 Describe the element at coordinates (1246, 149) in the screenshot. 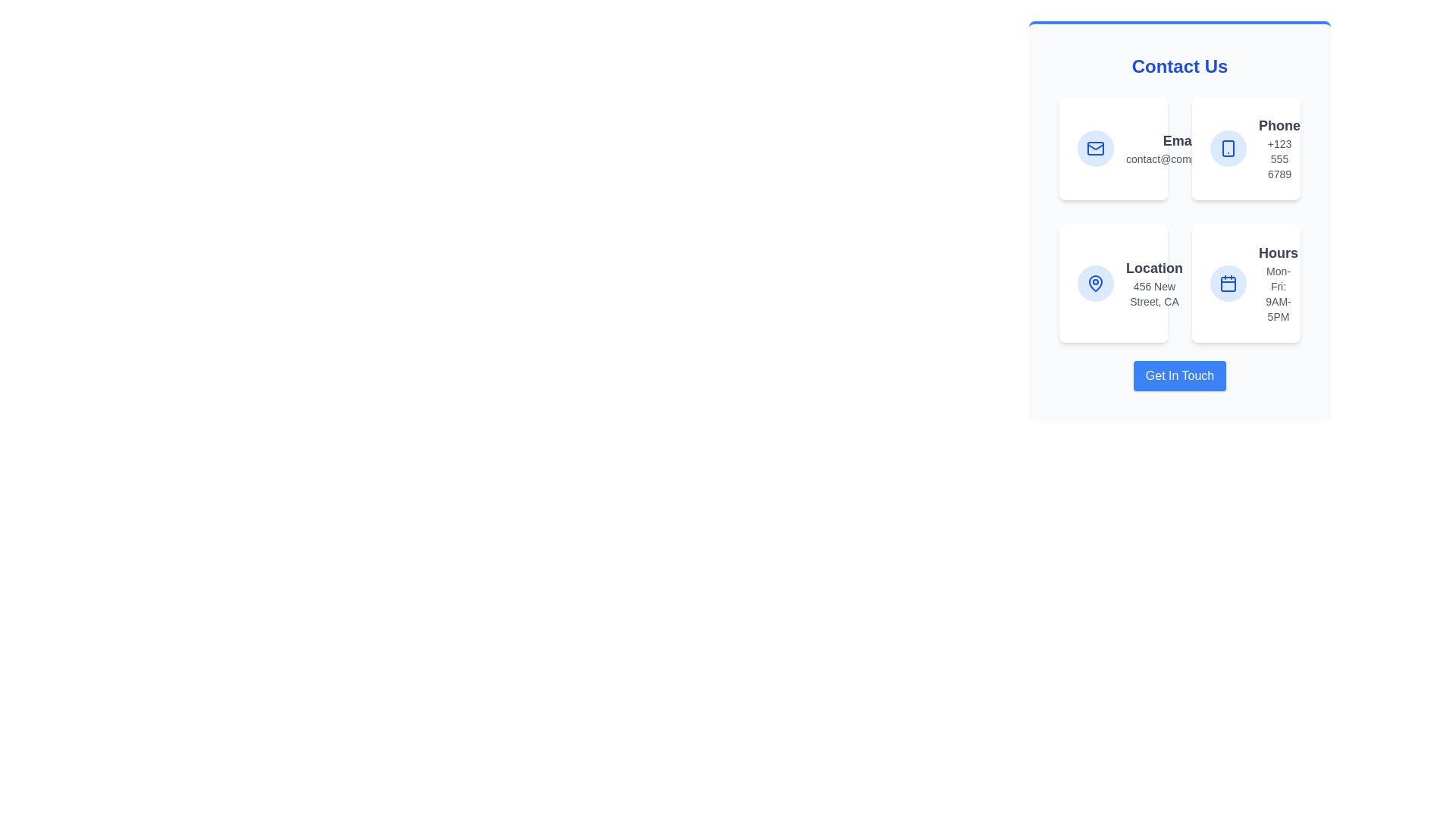

I see `information from the 'Phone' information card located in the top-right corner of the grid, which contains the title 'Phone' and the phone number '+123 555 6789'` at that location.